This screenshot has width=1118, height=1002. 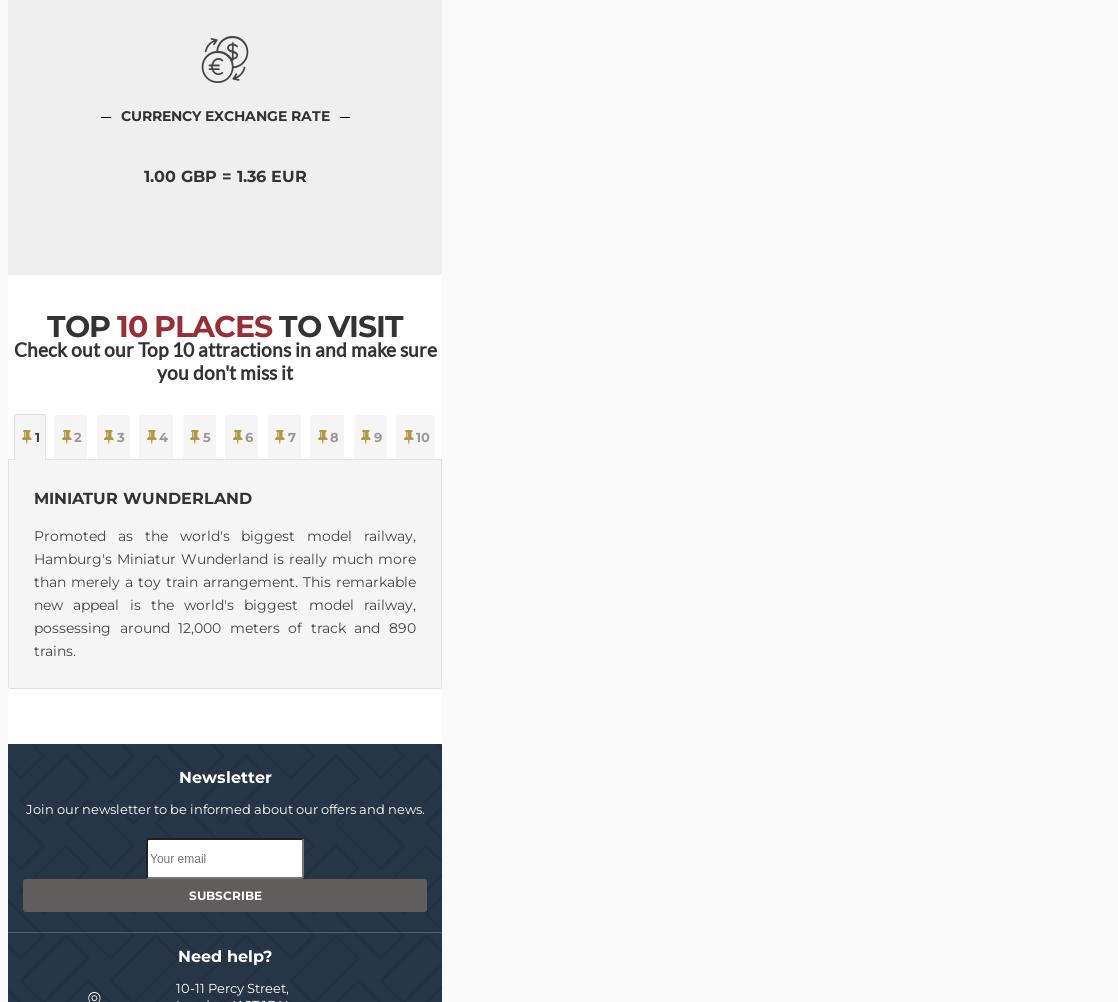 I want to click on '2', so click(x=78, y=434).